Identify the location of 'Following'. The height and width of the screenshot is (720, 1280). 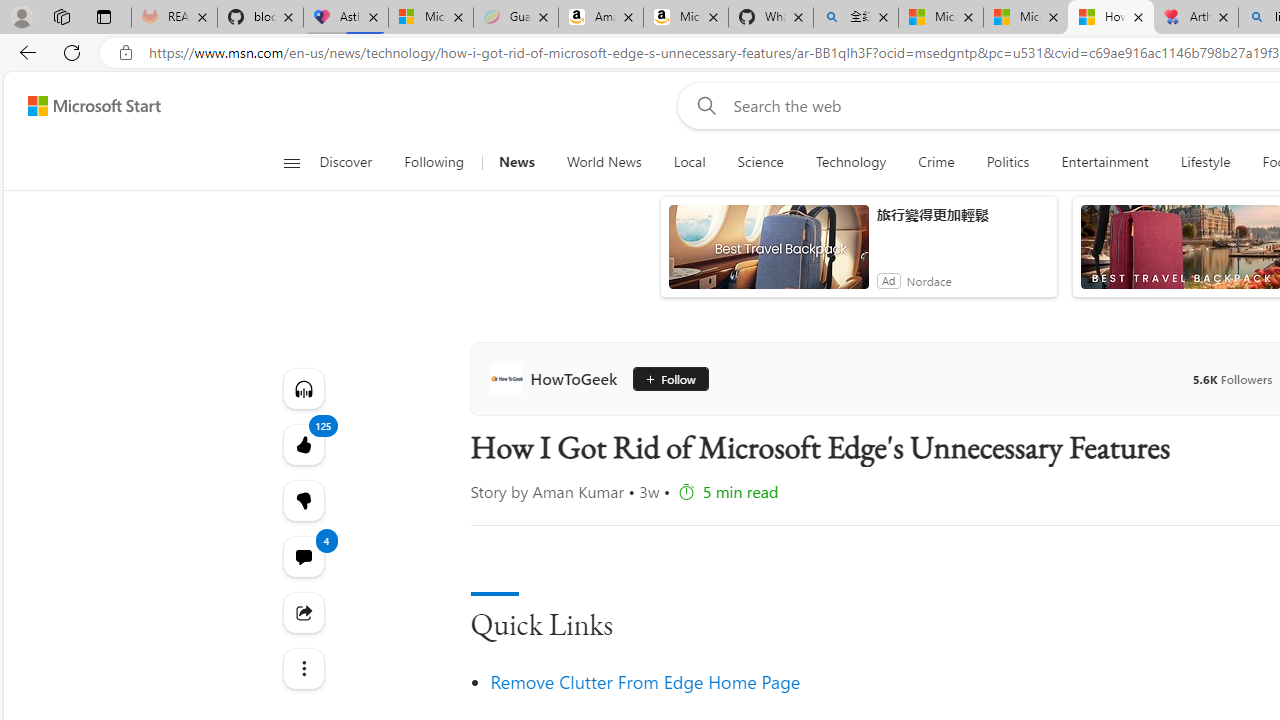
(434, 162).